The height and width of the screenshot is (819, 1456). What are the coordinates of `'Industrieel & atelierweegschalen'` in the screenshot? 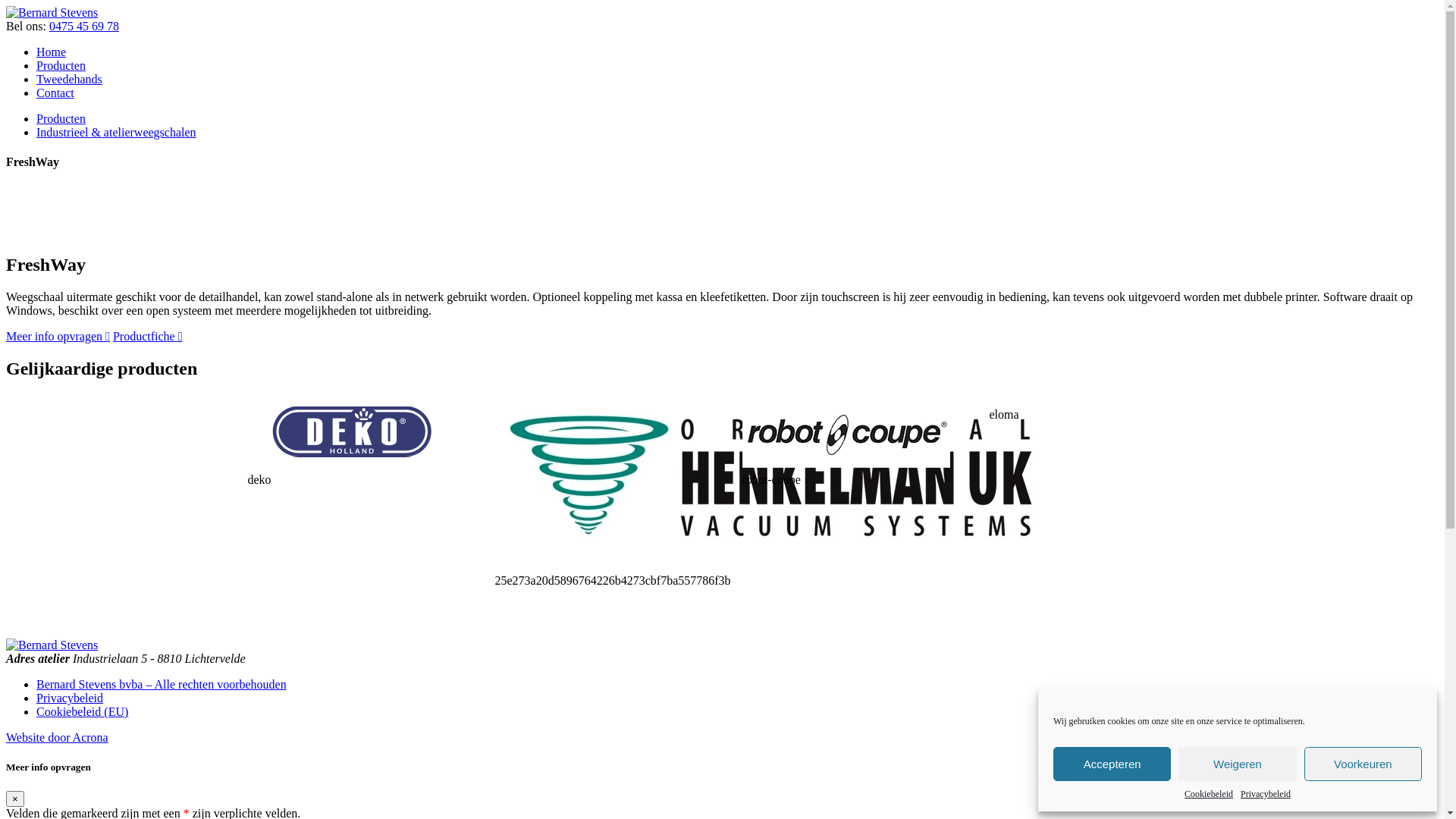 It's located at (115, 131).